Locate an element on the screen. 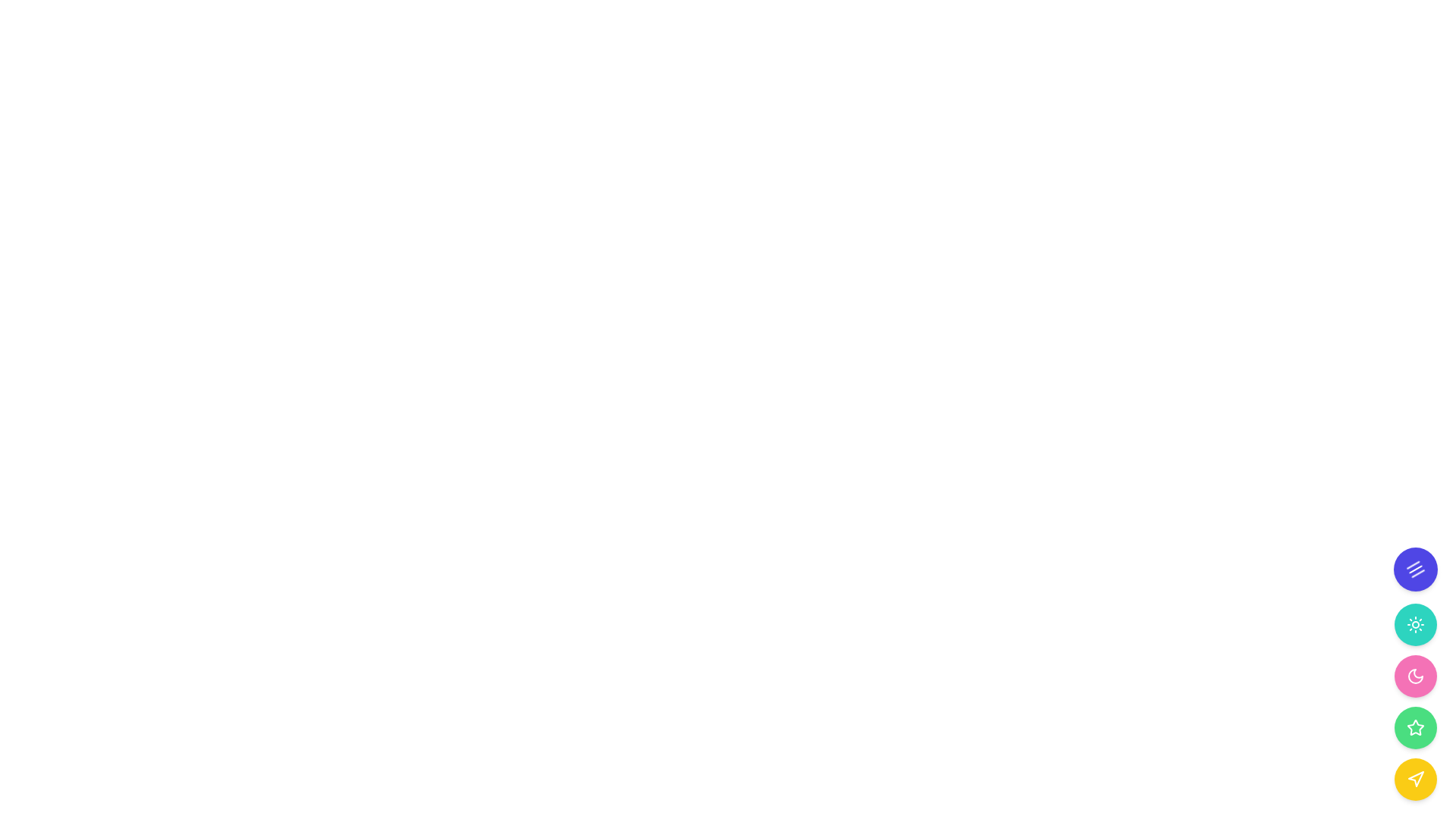  the brightness toggle button located below the blue hamburger icon button on the right side of the interface is located at coordinates (1415, 625).